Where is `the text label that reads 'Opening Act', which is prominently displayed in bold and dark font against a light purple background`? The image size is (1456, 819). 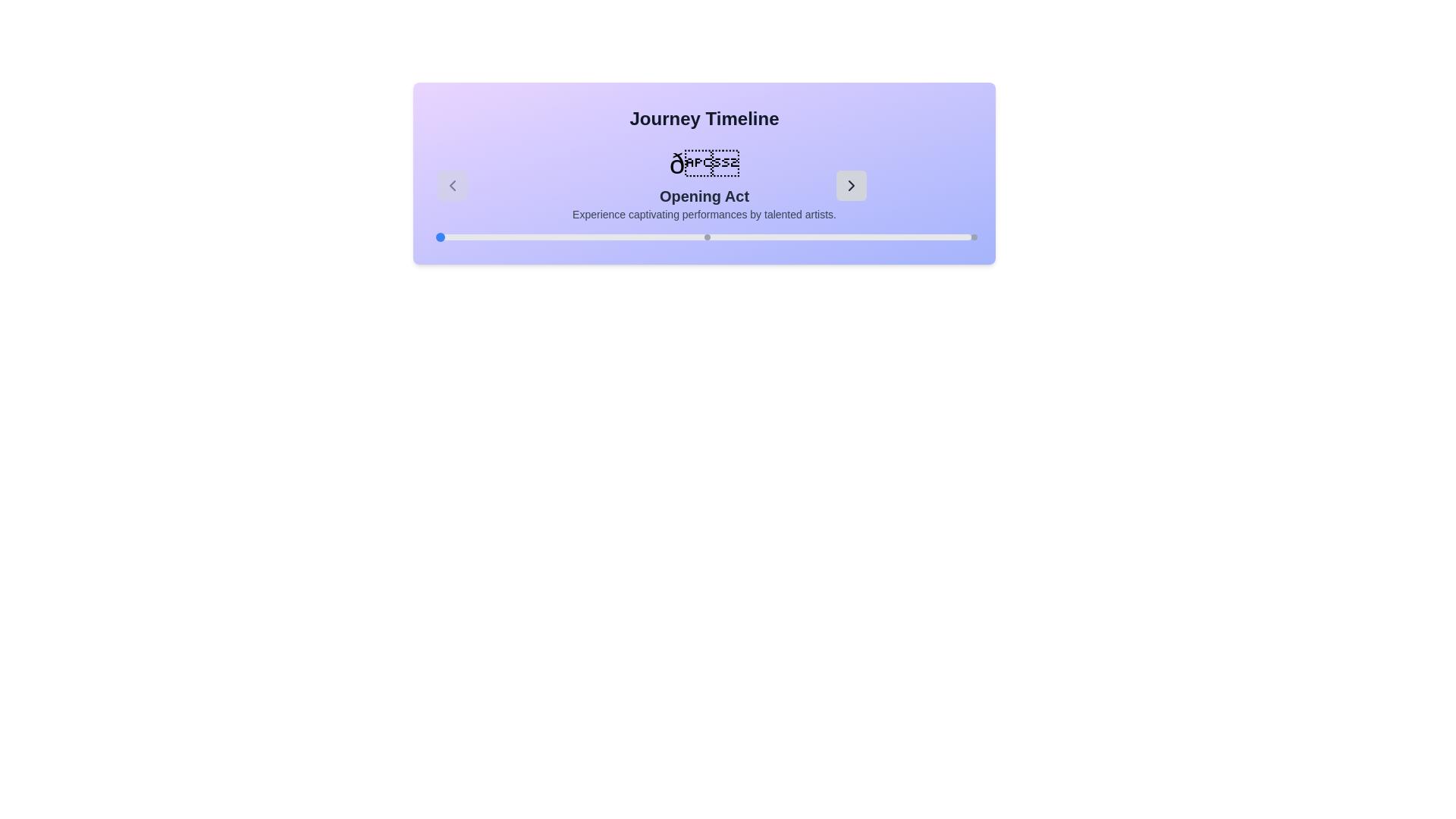 the text label that reads 'Opening Act', which is prominently displayed in bold and dark font against a light purple background is located at coordinates (704, 195).